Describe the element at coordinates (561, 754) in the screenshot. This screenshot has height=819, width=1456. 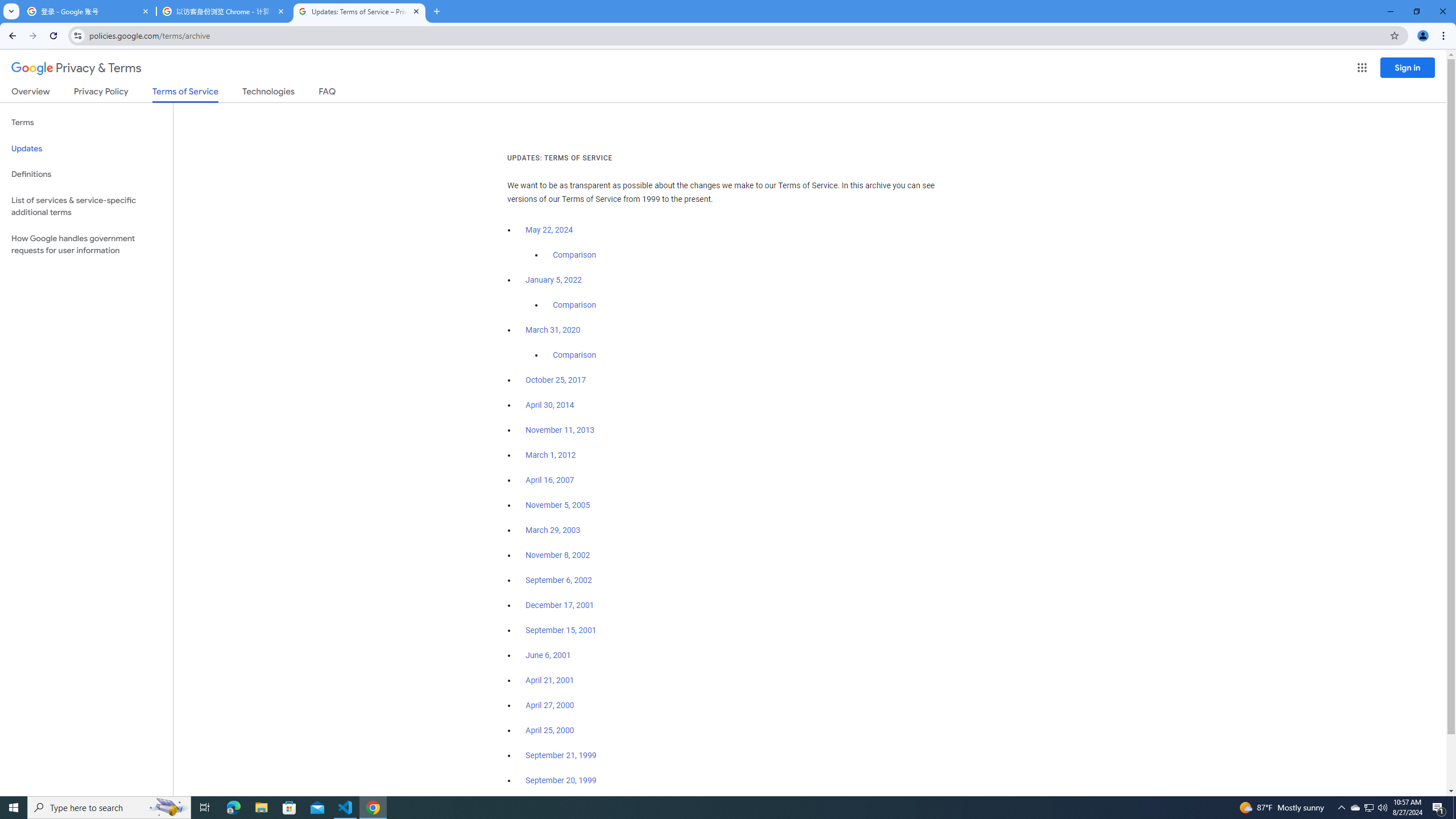
I see `'September 21, 1999'` at that location.